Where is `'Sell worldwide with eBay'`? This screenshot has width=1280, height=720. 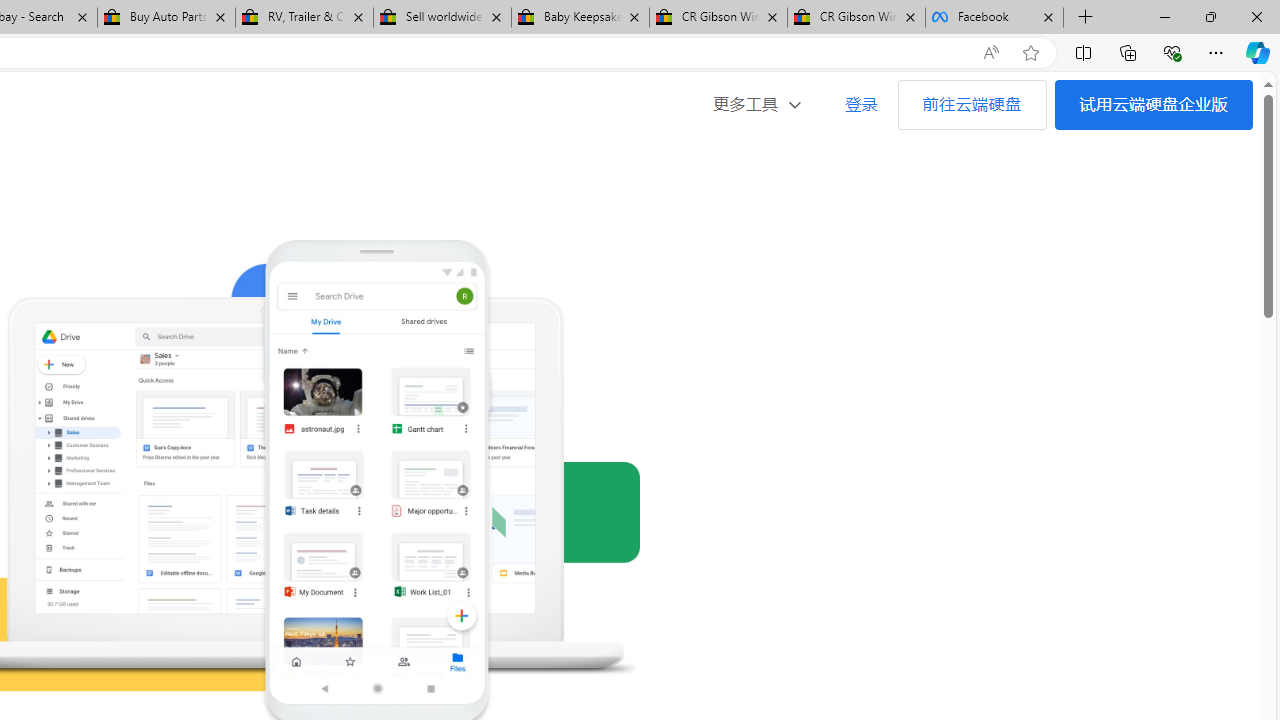
'Sell worldwide with eBay' is located at coordinates (441, 17).